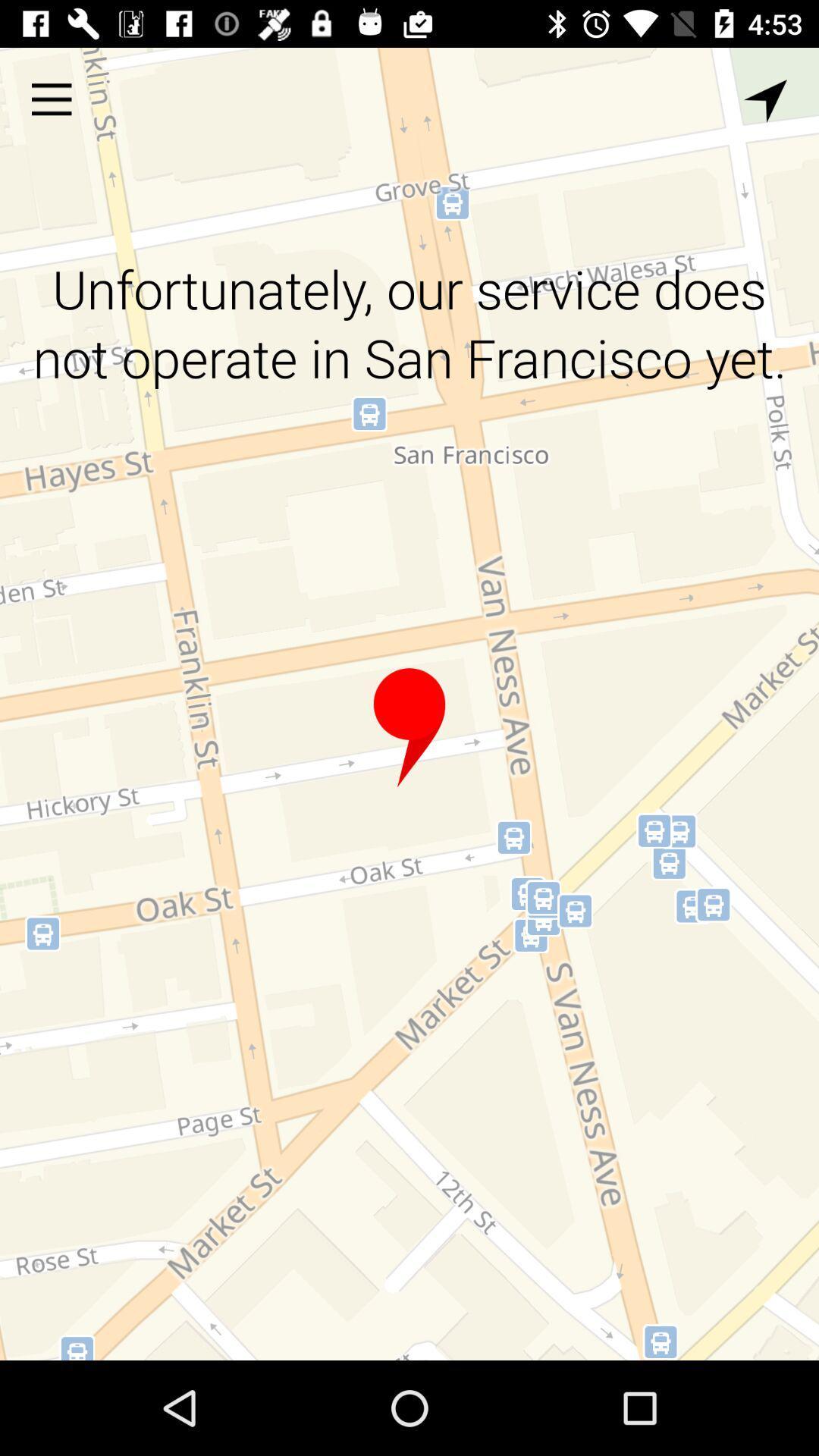  Describe the element at coordinates (409, 728) in the screenshot. I see `conducimos por ti` at that location.